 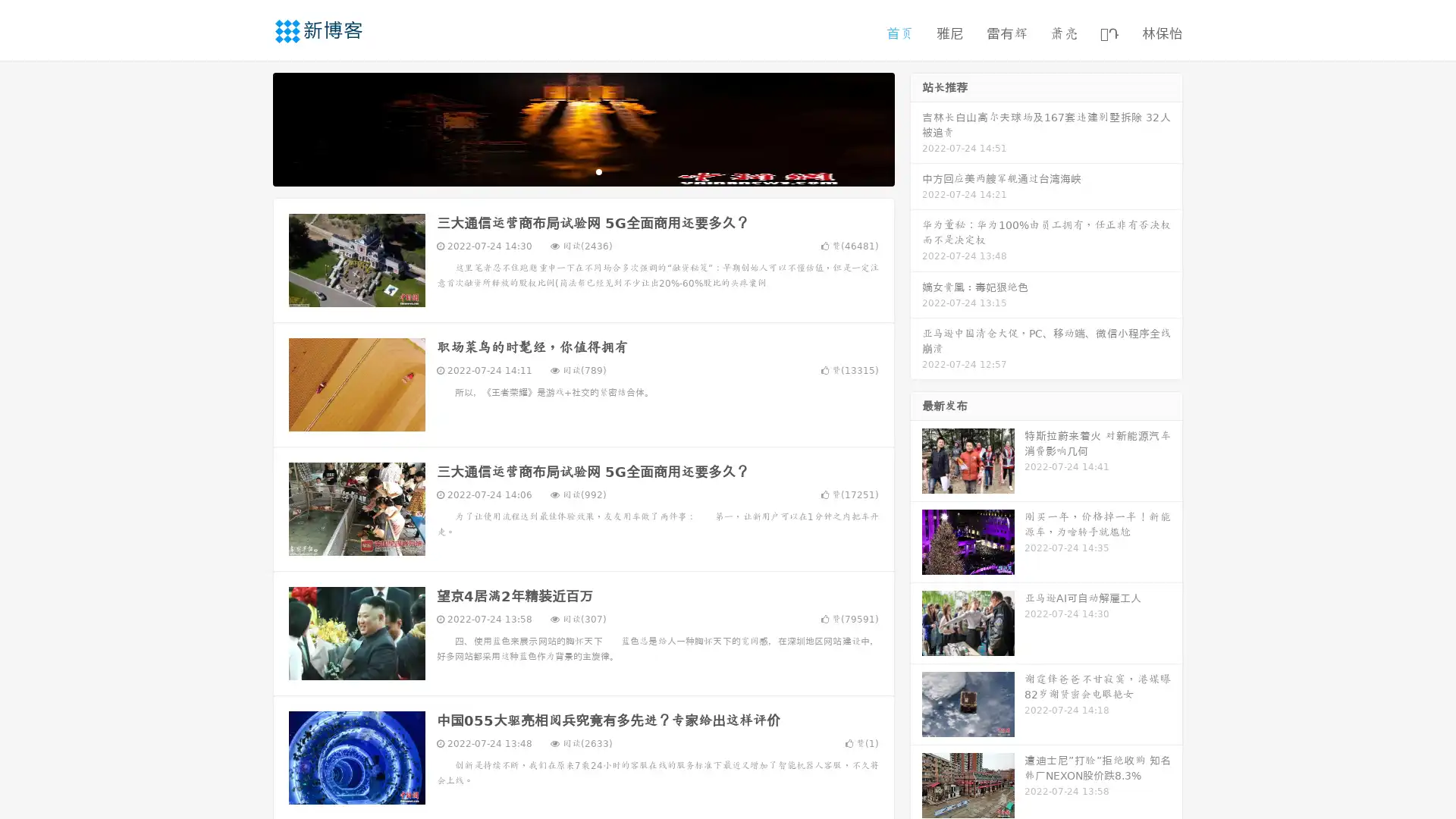 I want to click on Previous slide, so click(x=250, y=127).